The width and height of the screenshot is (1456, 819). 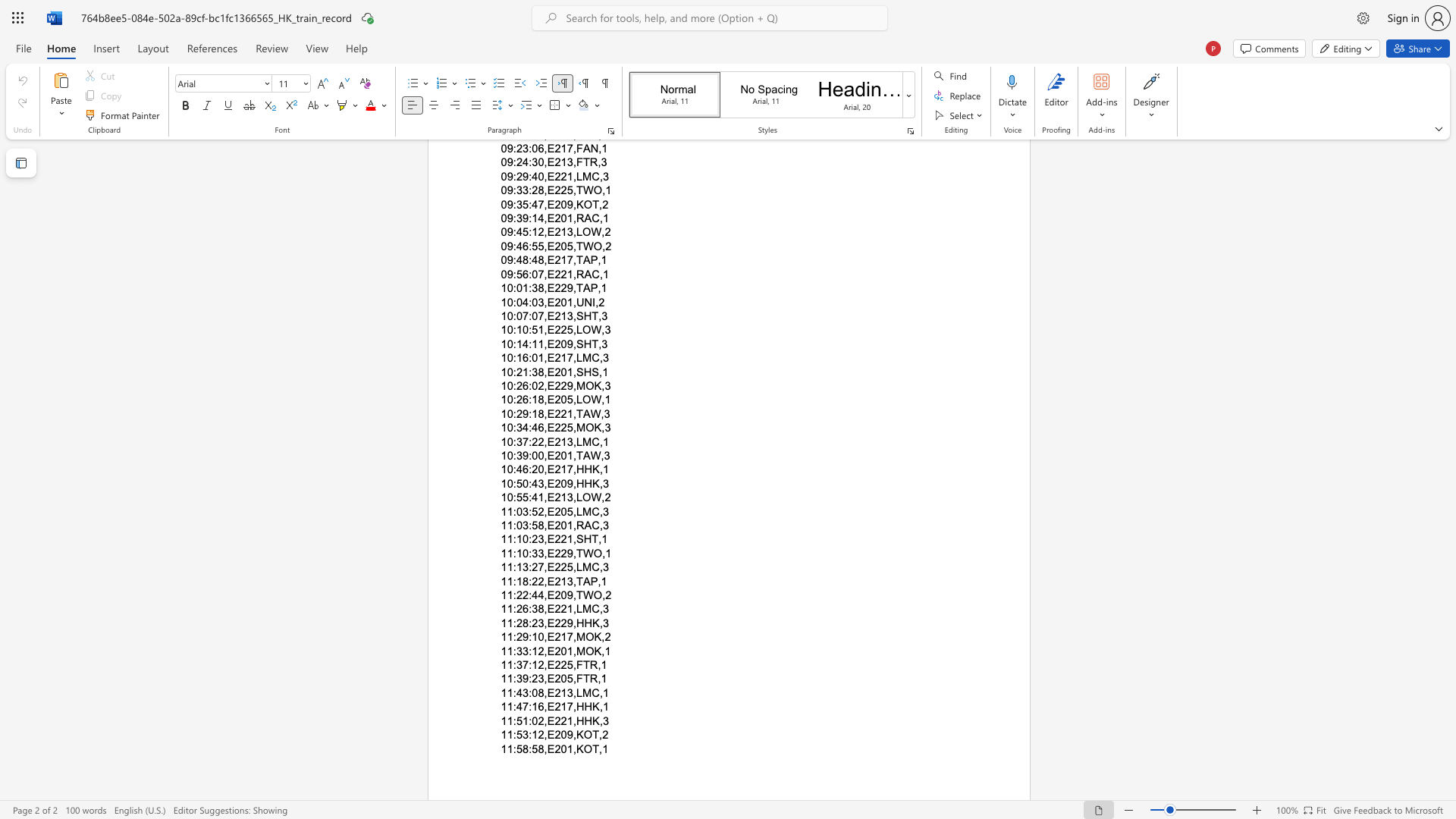 What do you see at coordinates (560, 553) in the screenshot?
I see `the subset text "29,TWO," within the text "11:10:33,E229,TWO,1"` at bounding box center [560, 553].